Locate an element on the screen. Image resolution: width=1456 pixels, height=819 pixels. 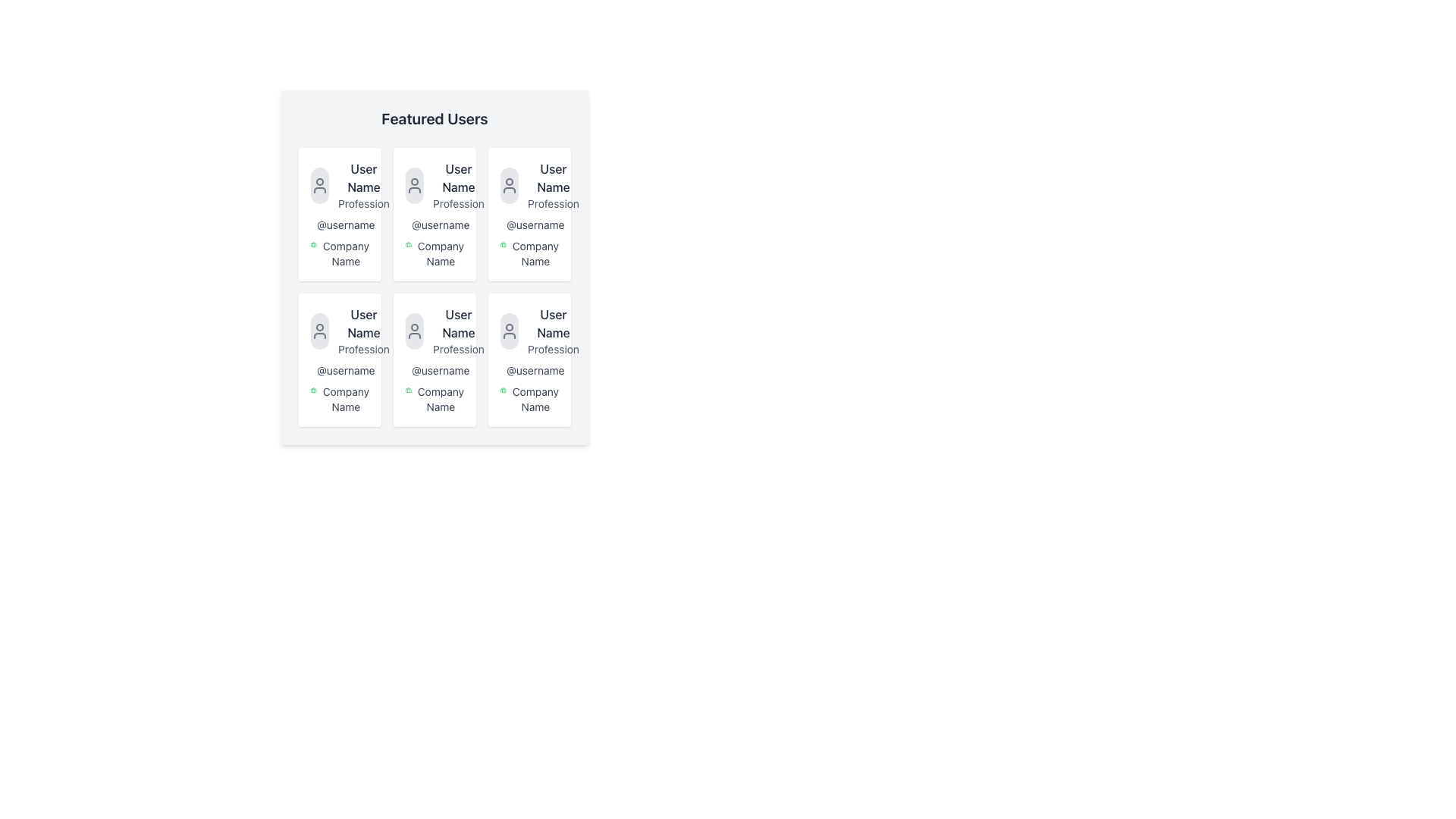
the green briefcase icon located adjacent to the text 'Company Name' in the sixth user card of the grid layout is located at coordinates (408, 390).